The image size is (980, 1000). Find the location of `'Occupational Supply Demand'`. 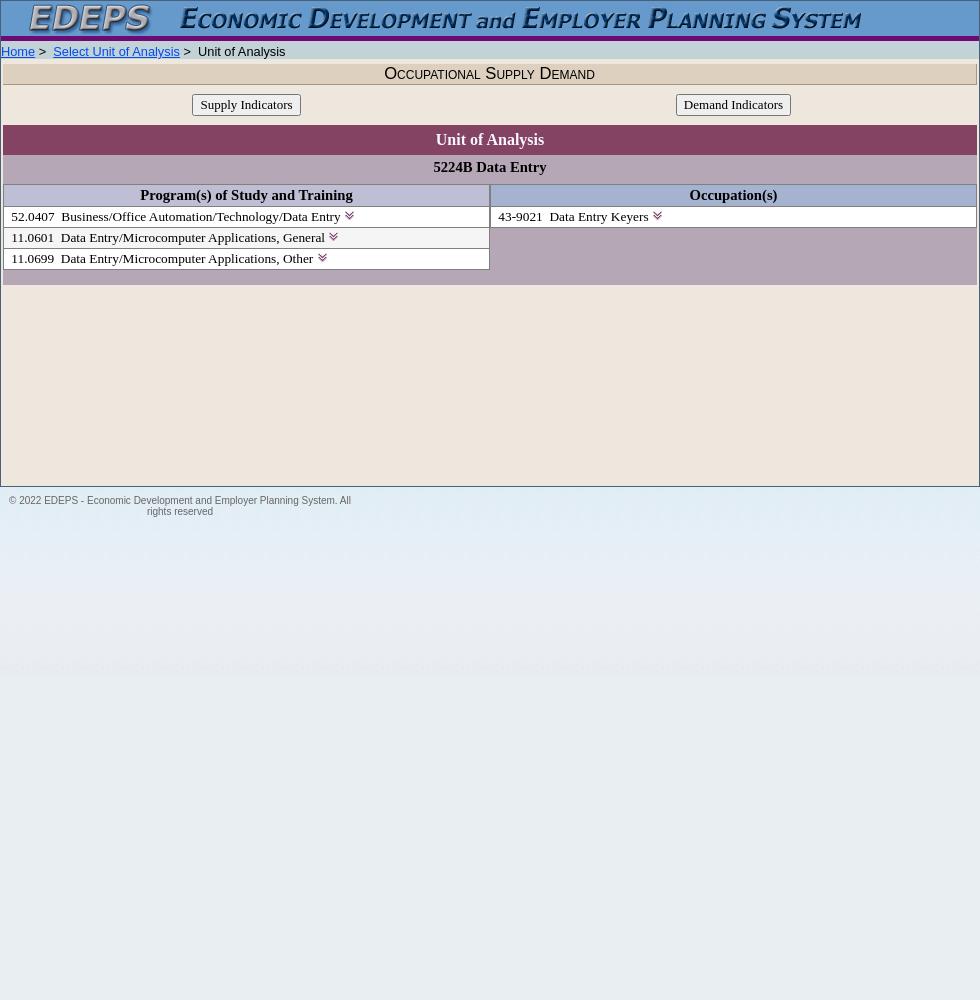

'Occupational Supply Demand' is located at coordinates (383, 72).